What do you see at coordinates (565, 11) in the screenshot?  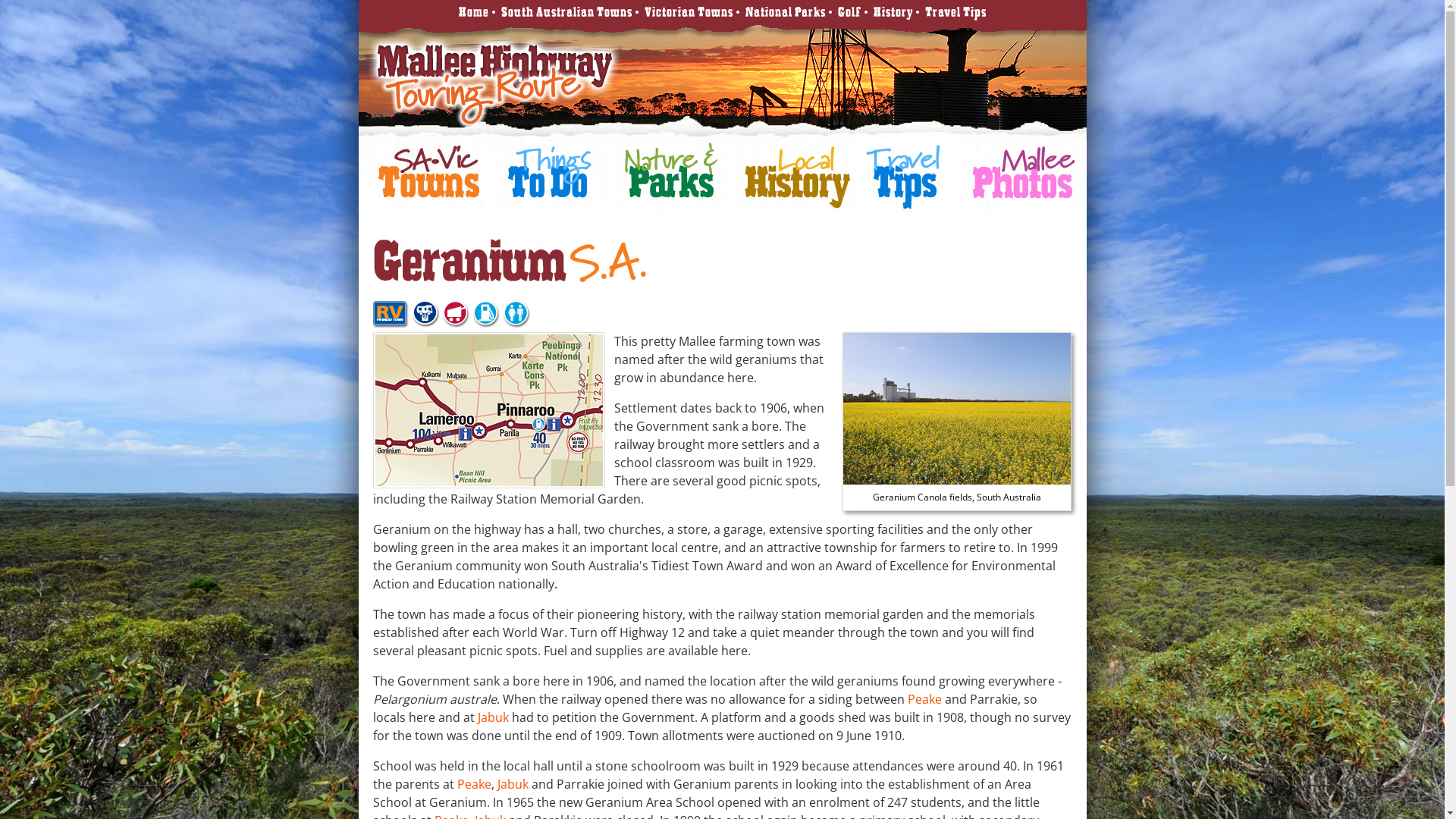 I see `'South Australian Towns'` at bounding box center [565, 11].